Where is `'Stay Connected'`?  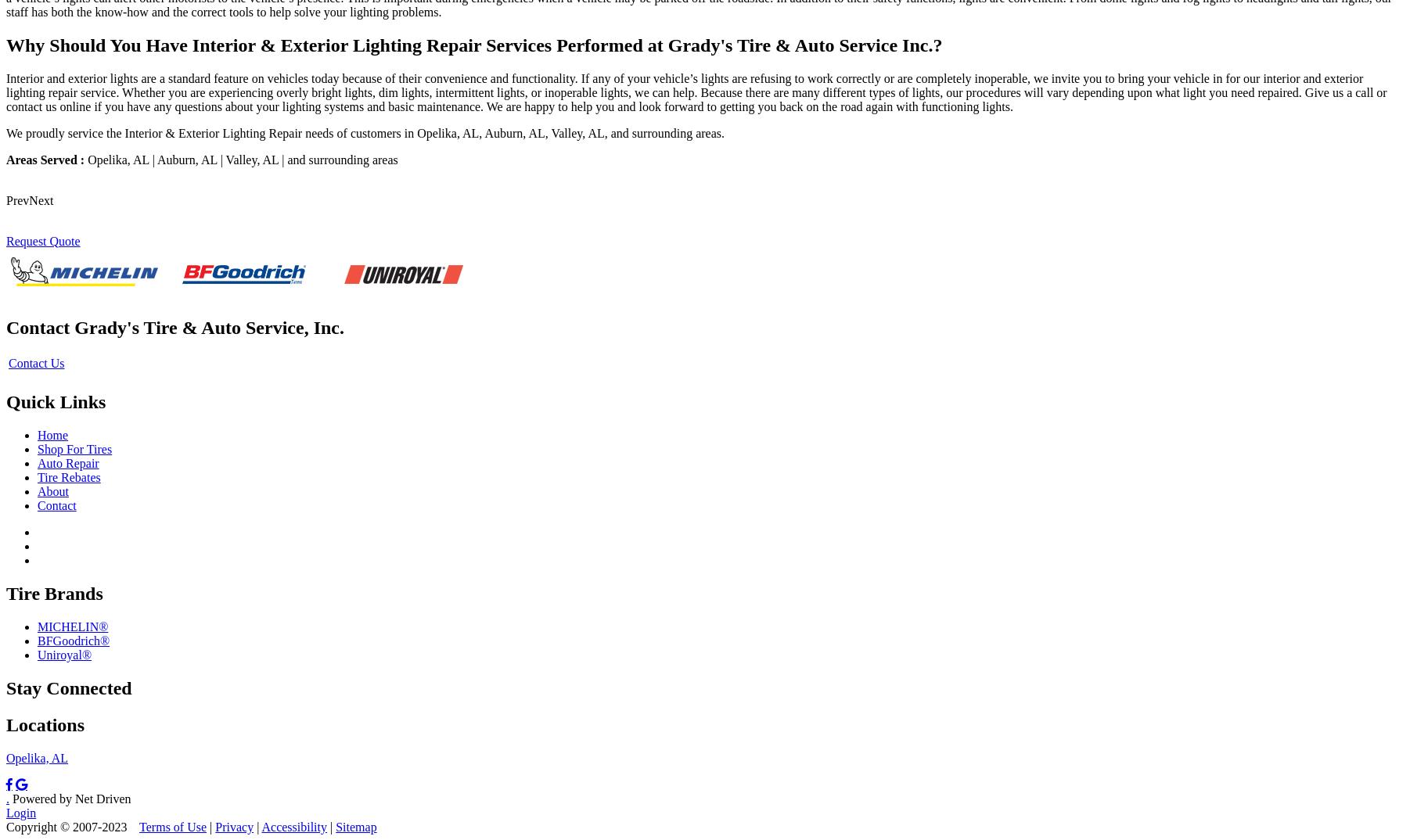
'Stay Connected' is located at coordinates (67, 686).